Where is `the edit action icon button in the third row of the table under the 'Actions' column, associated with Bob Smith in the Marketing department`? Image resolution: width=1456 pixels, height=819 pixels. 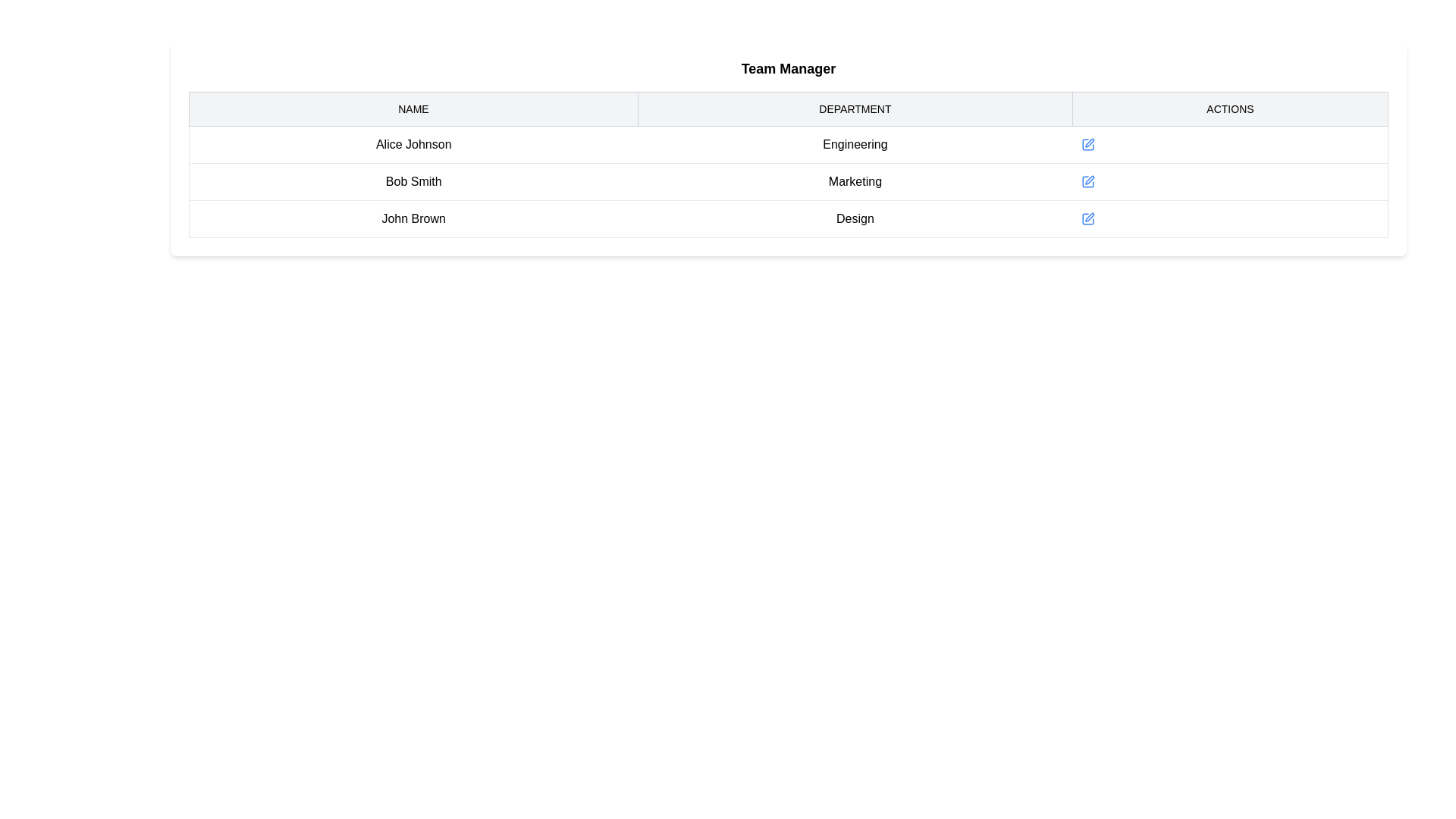
the edit action icon button in the third row of the table under the 'Actions' column, associated with Bob Smith in the Marketing department is located at coordinates (1089, 179).